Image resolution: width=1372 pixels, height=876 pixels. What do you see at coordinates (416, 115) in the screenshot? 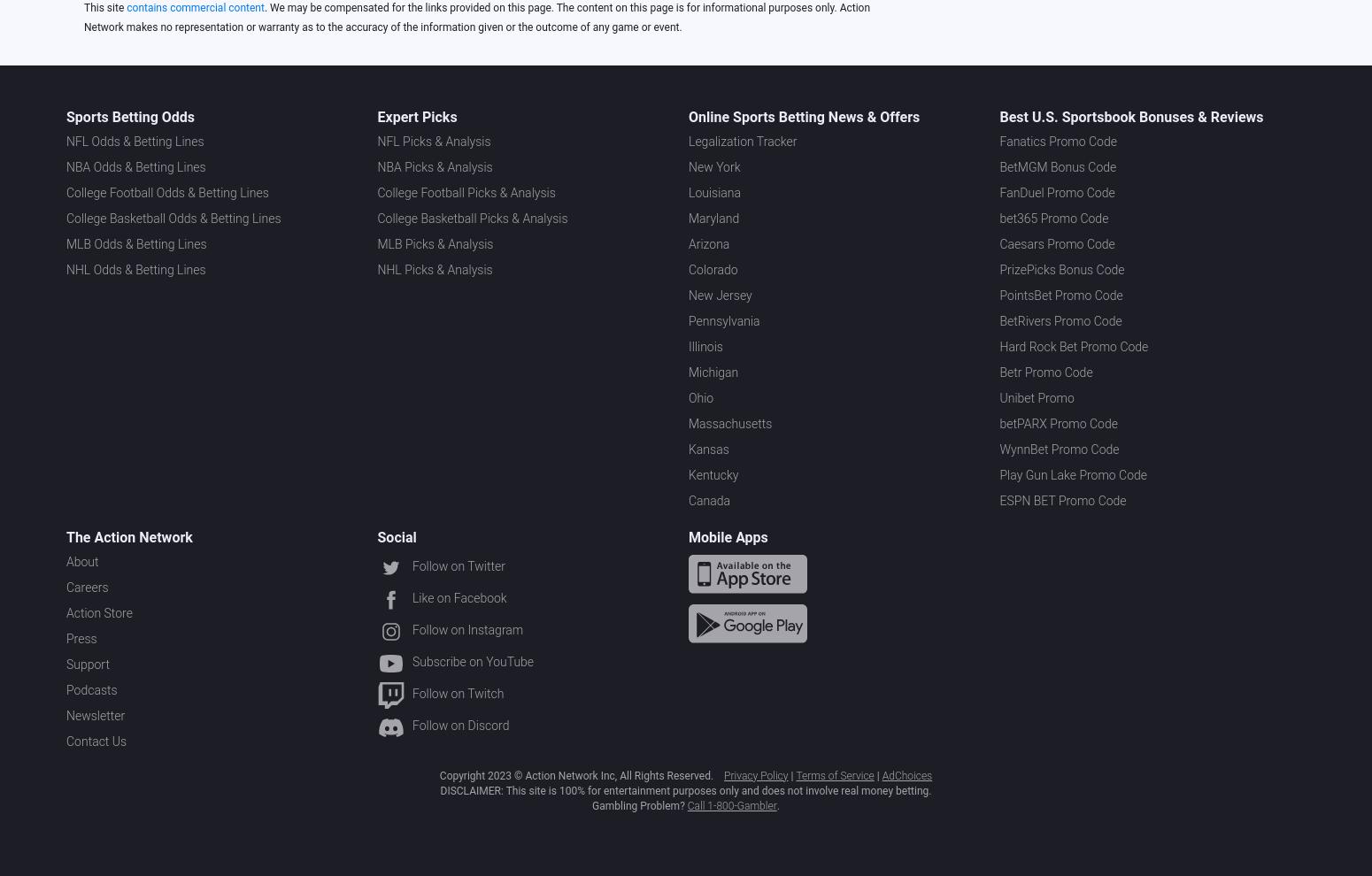
I see `'Expert Picks'` at bounding box center [416, 115].